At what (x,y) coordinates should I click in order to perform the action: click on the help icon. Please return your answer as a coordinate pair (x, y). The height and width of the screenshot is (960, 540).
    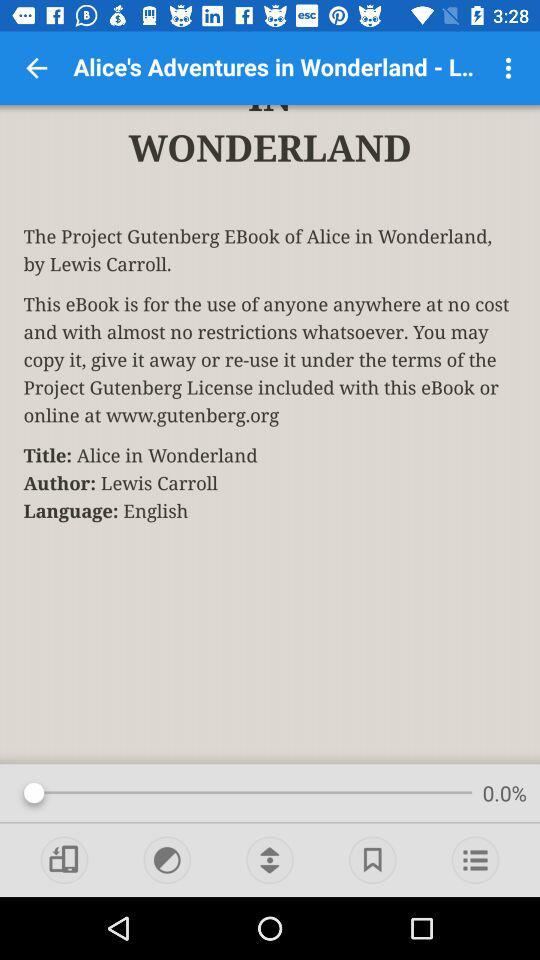
    Looking at the image, I should click on (166, 859).